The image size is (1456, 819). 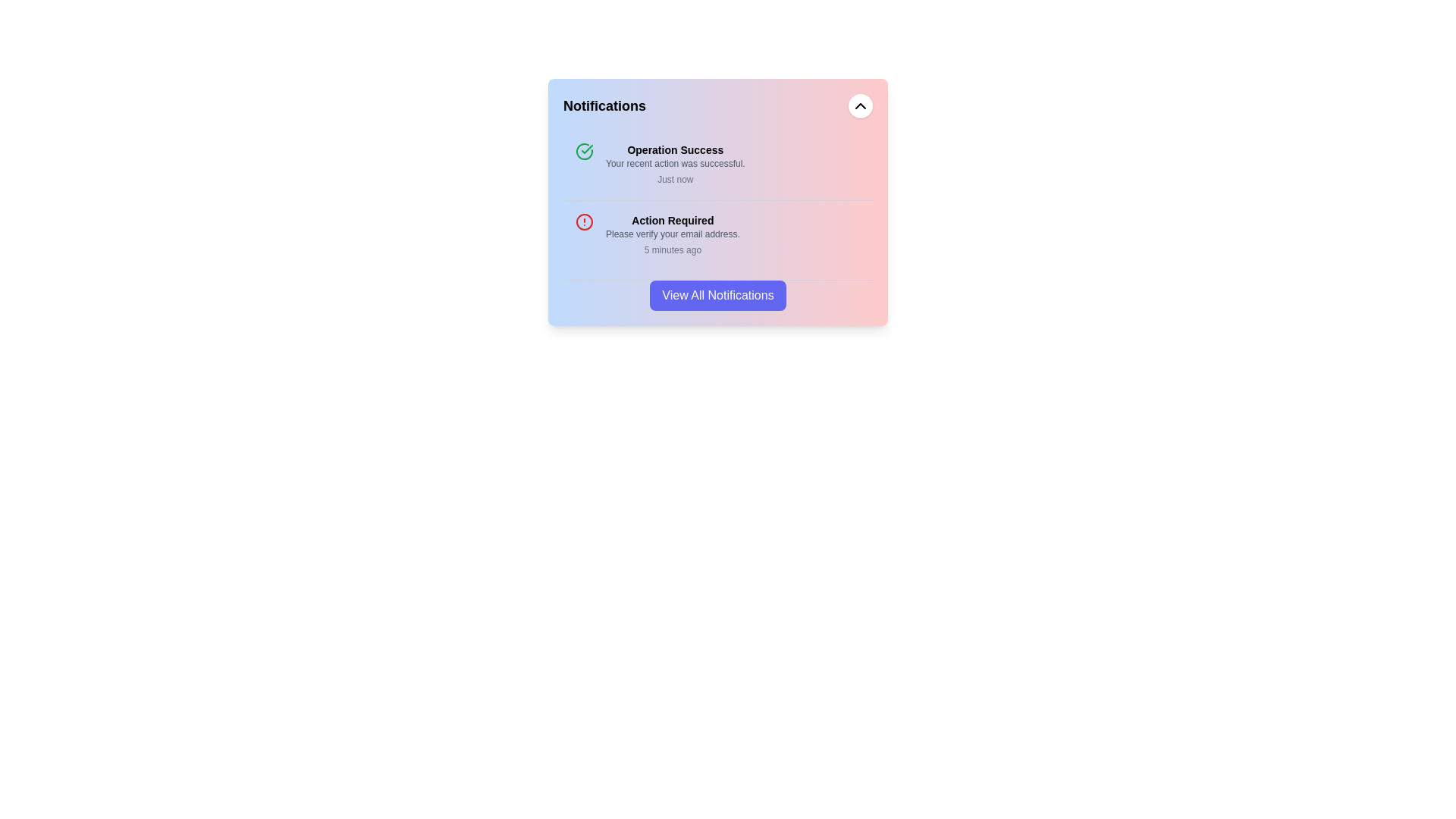 I want to click on the button located in the top-right corner of the 'Notifications' panel, so click(x=860, y=105).